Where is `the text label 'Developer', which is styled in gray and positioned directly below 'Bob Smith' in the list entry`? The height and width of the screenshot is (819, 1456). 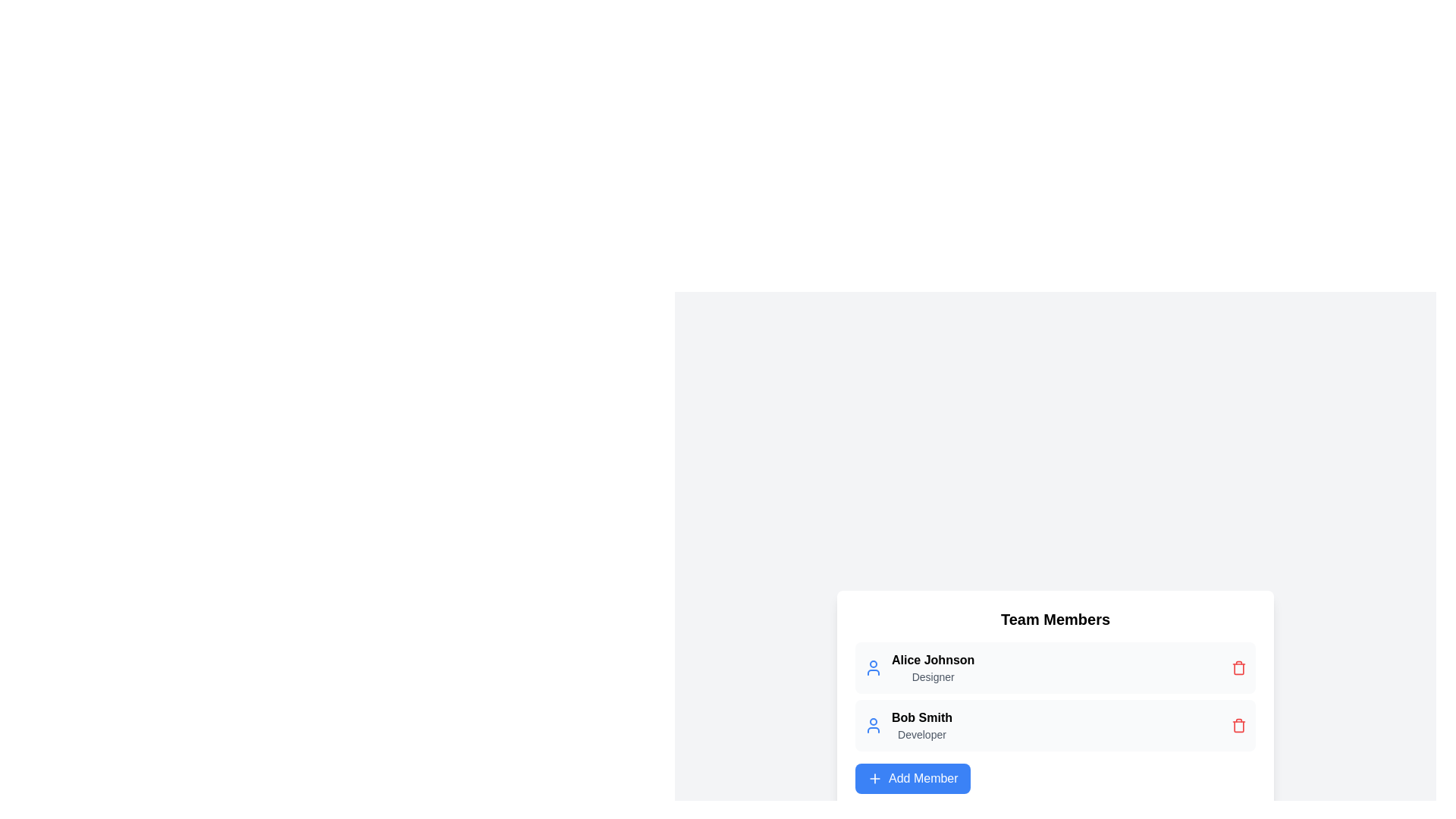
the text label 'Developer', which is styled in gray and positioned directly below 'Bob Smith' in the list entry is located at coordinates (921, 733).